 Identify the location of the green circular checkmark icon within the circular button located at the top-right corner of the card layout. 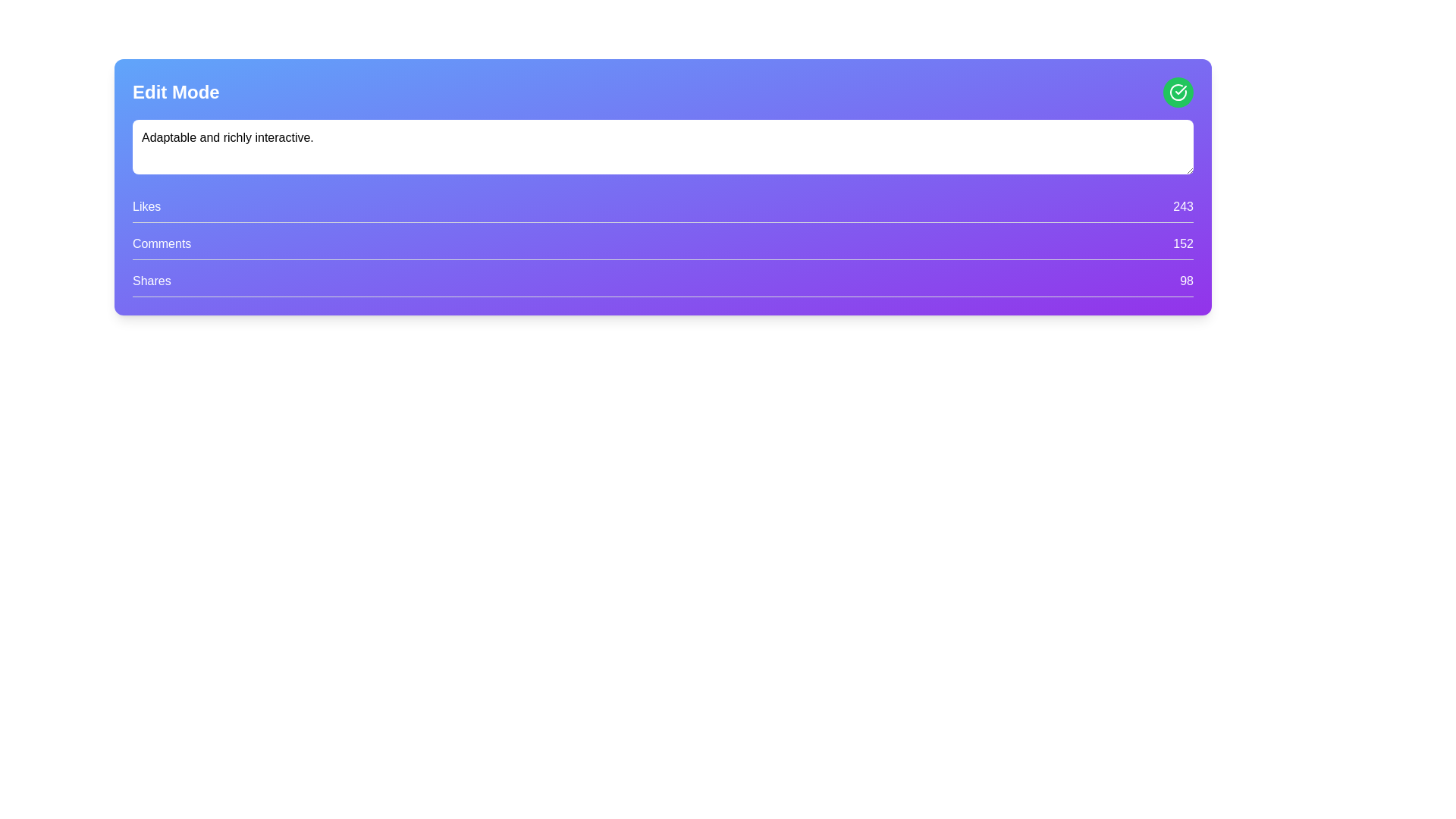
(1178, 93).